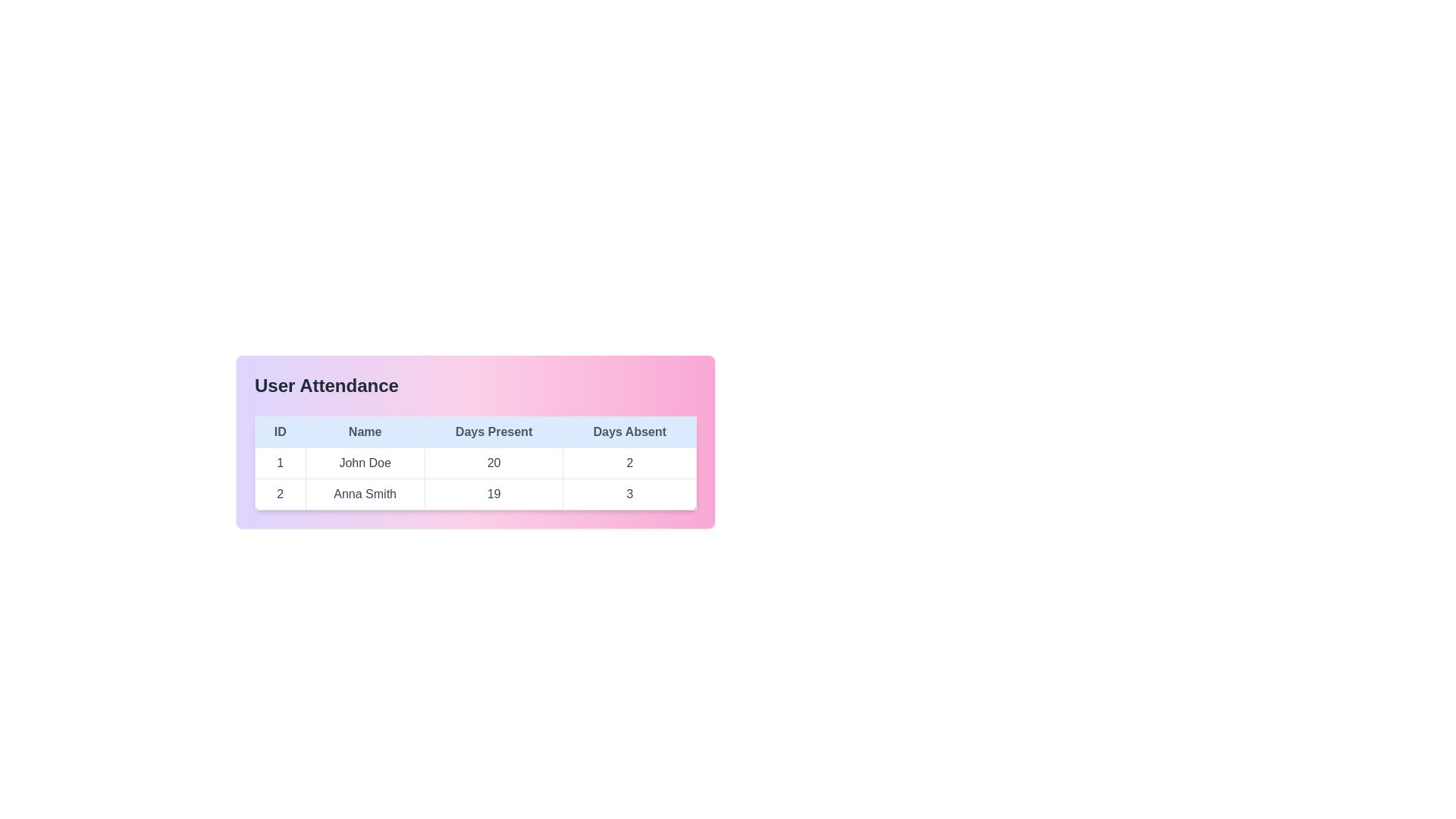 This screenshot has height=819, width=1456. I want to click on data presented in the rows and columns of the stylized Data table labeled 'User Attendance', which features a gradient background and contains columns for ID, Name, Days Present, and Days Absent, so click(475, 441).